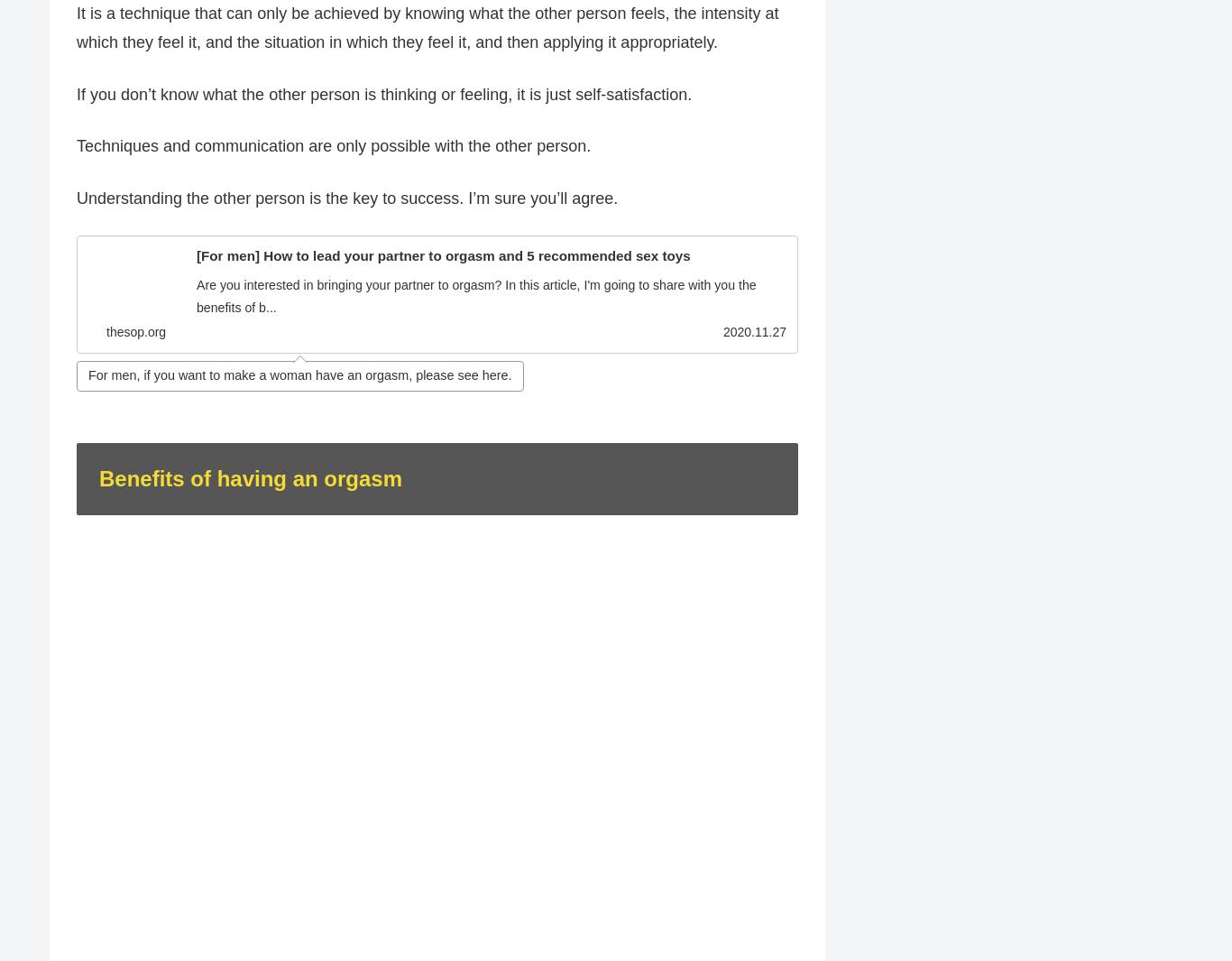  Describe the element at coordinates (443, 255) in the screenshot. I see `'[For men] How to lead your partner to orgasm and 5 recommended sex toys'` at that location.